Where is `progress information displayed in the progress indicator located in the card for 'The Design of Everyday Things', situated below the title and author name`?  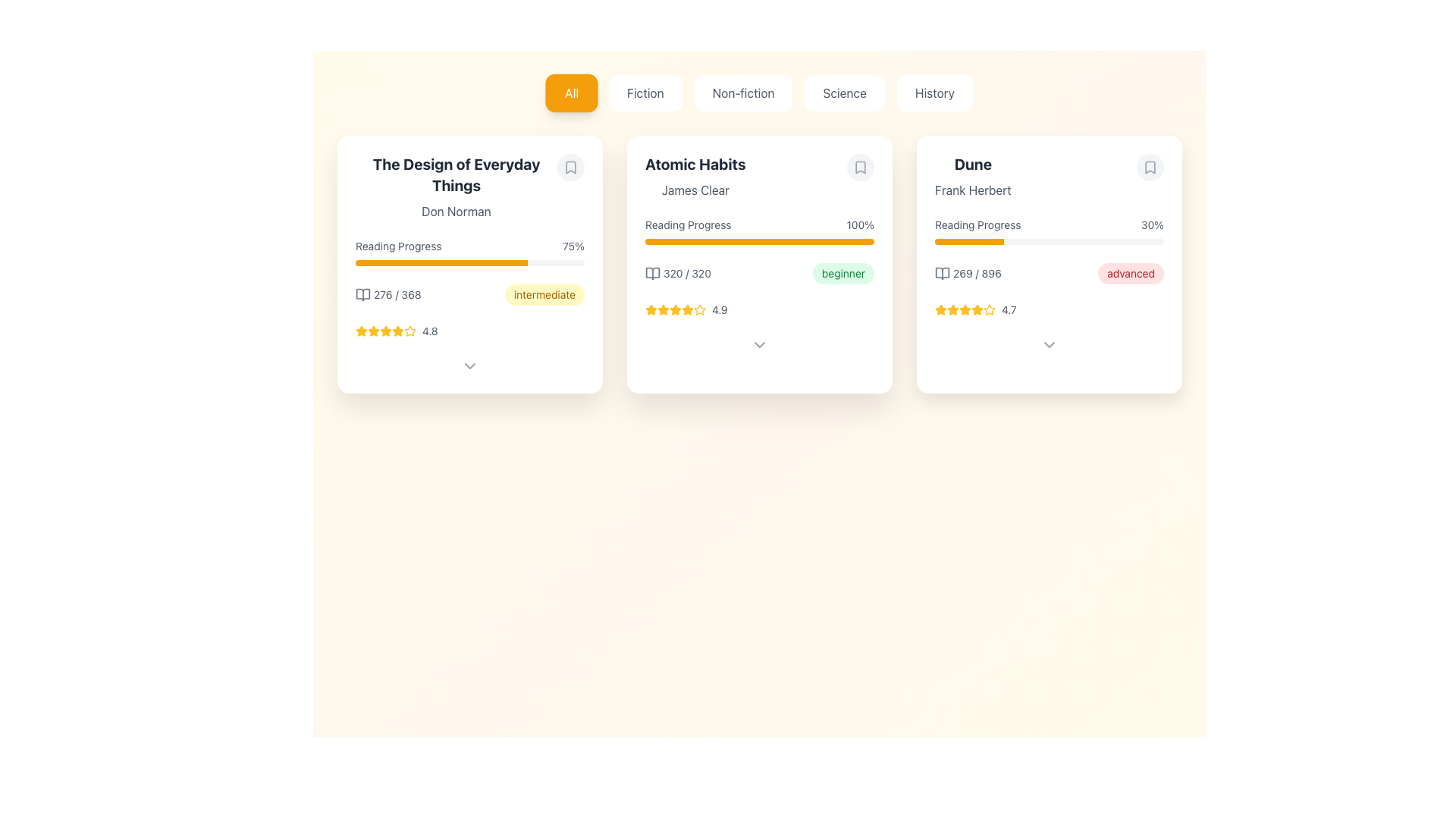
progress information displayed in the progress indicator located in the card for 'The Design of Everyday Things', situated below the title and author name is located at coordinates (469, 251).